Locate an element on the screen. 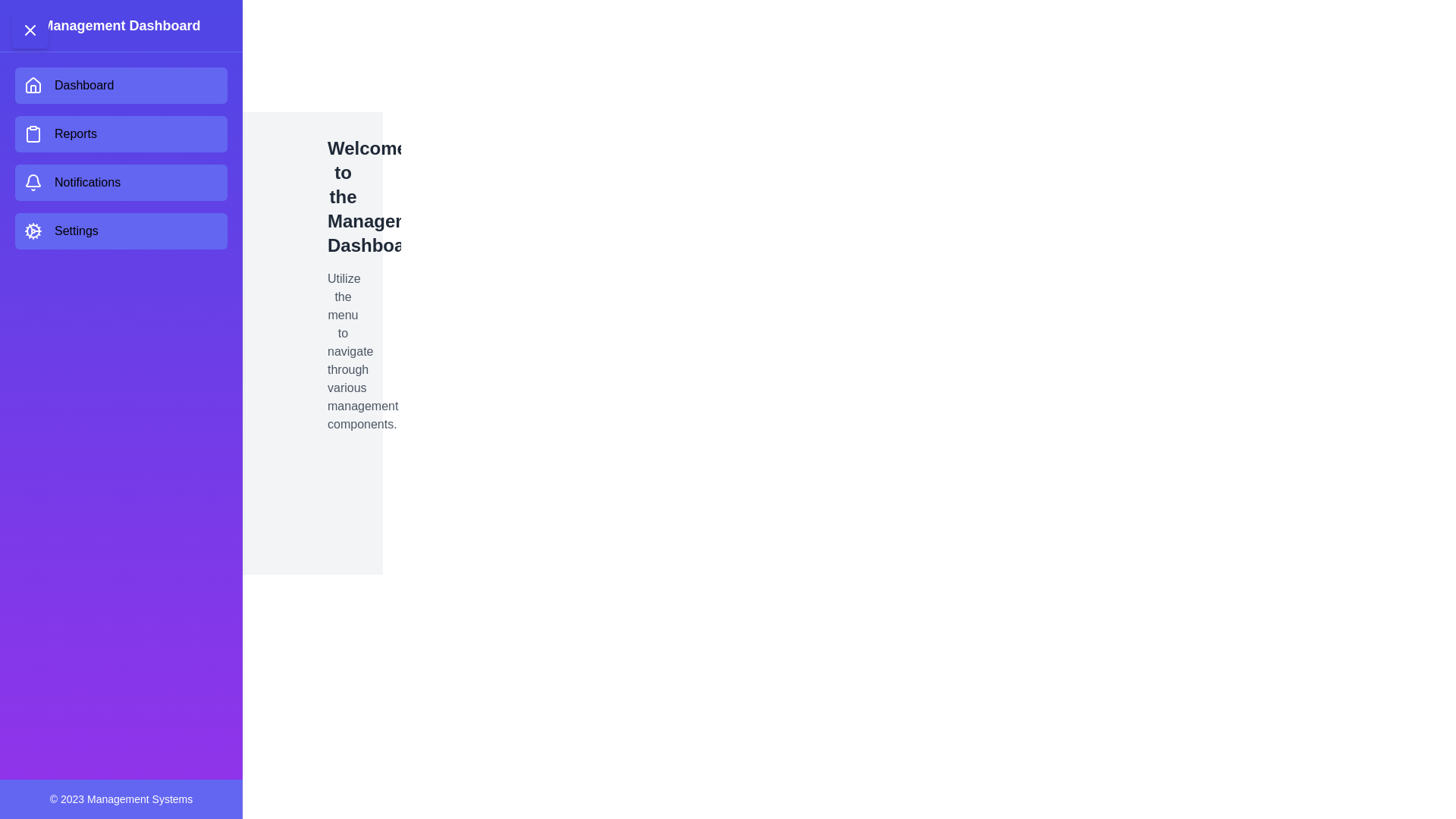 The height and width of the screenshot is (819, 1456). the house icon in the vertical navigation menu is located at coordinates (33, 84).